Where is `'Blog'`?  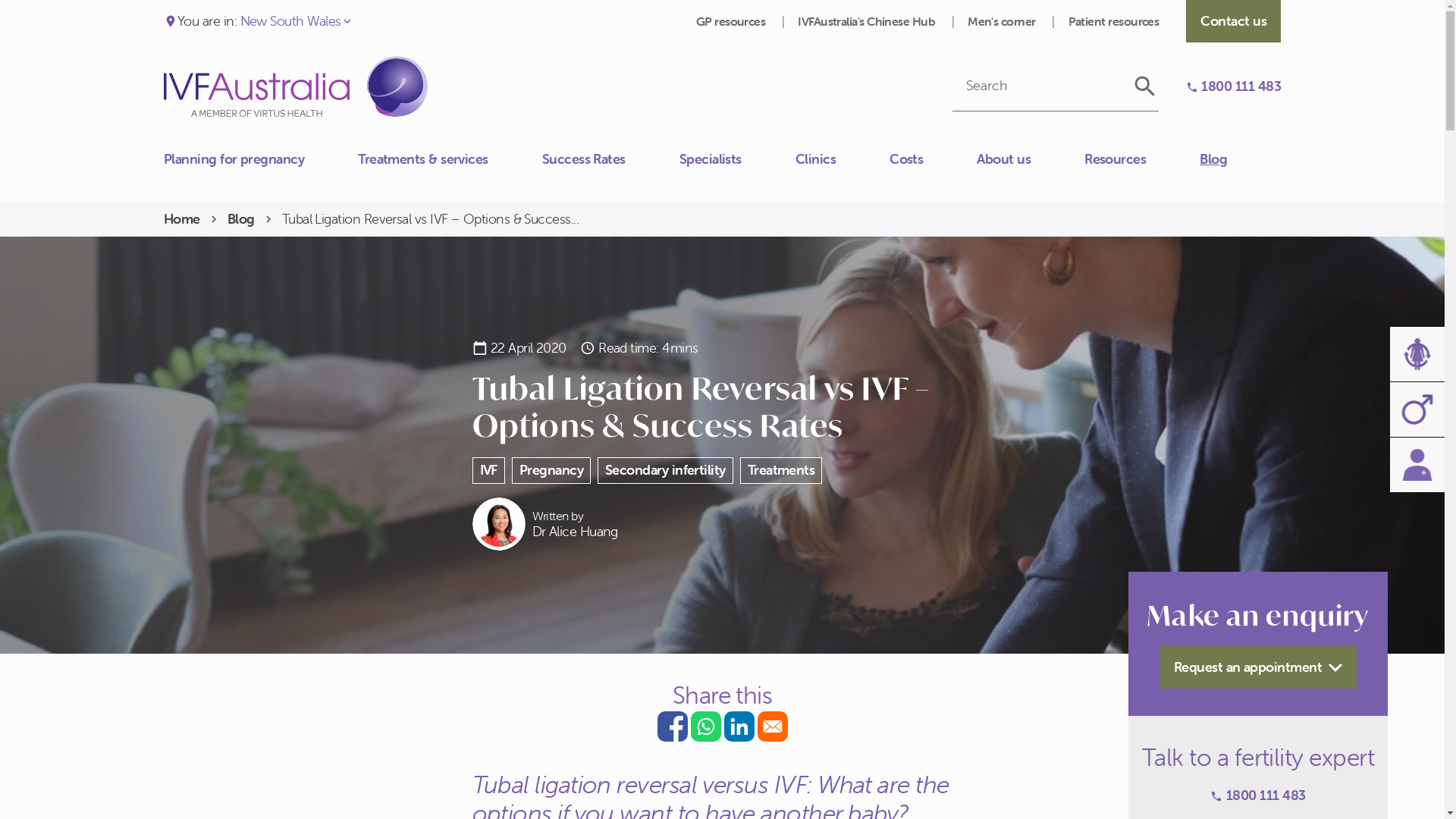 'Blog' is located at coordinates (240, 219).